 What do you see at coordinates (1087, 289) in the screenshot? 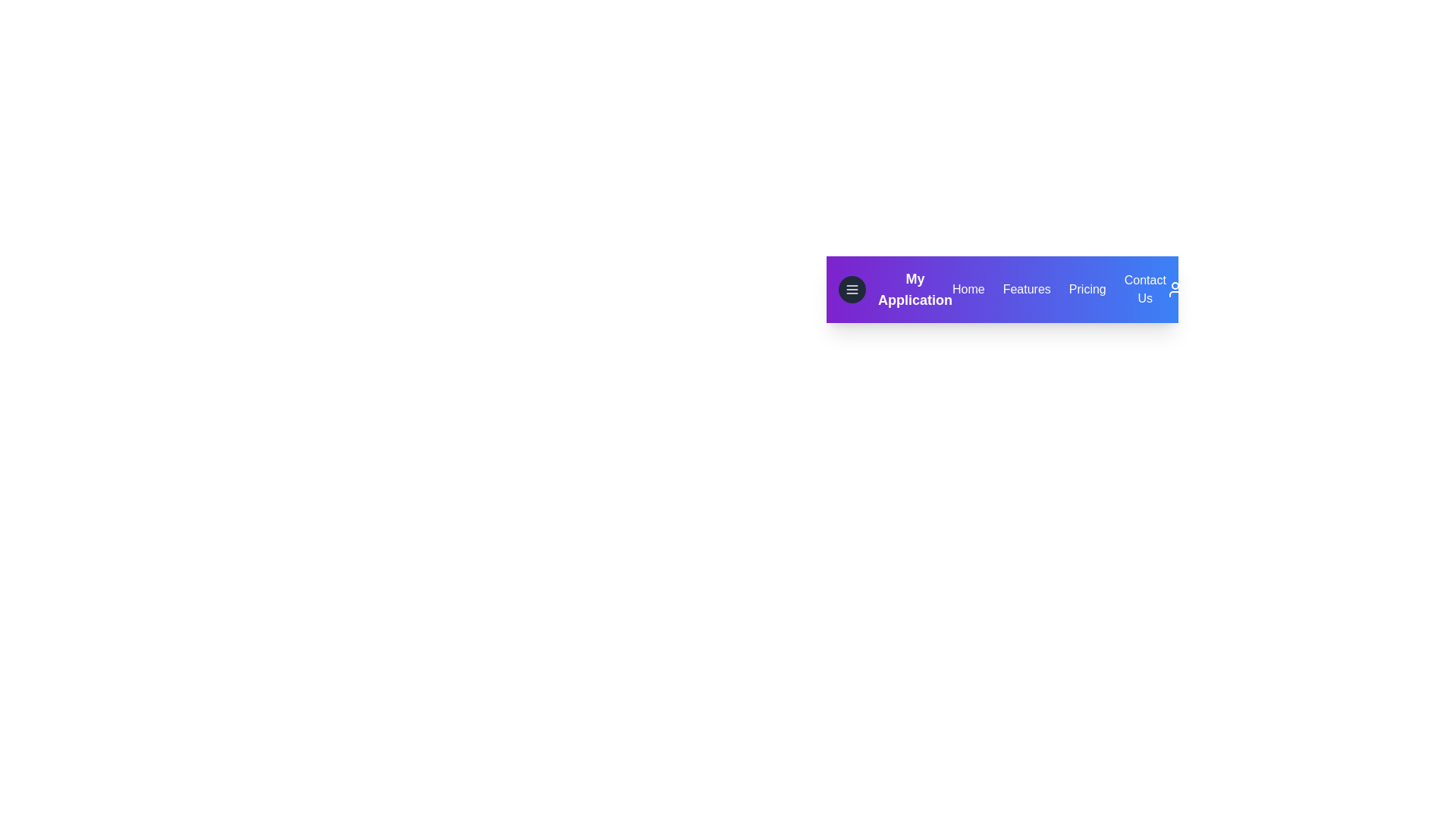
I see `the Pricing link to navigate to the corresponding section` at bounding box center [1087, 289].